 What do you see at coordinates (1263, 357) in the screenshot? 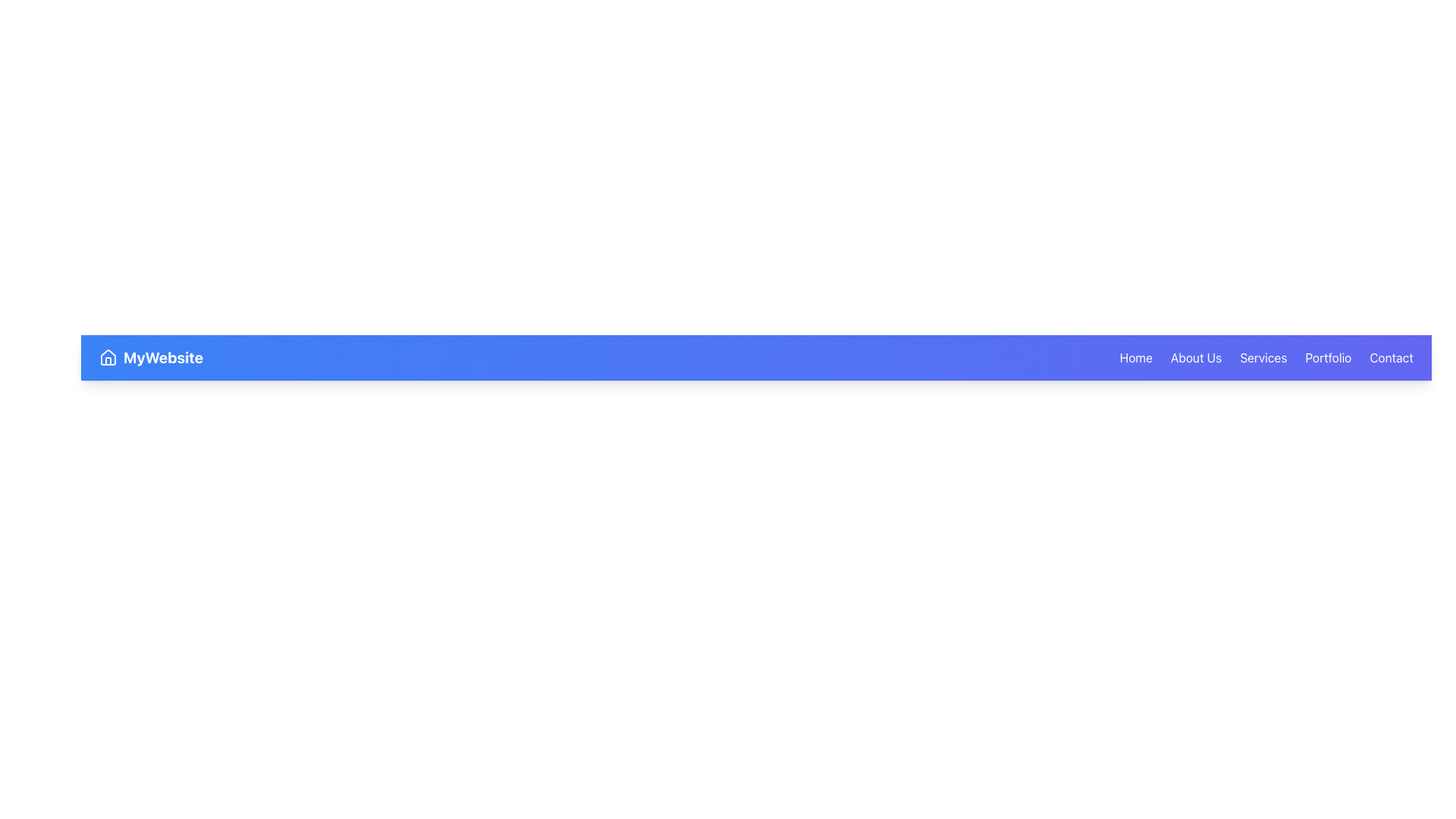
I see `the 'Services' hyperlink in the navigation bar to trigger the hover effect, which changes the text color to gray` at bounding box center [1263, 357].